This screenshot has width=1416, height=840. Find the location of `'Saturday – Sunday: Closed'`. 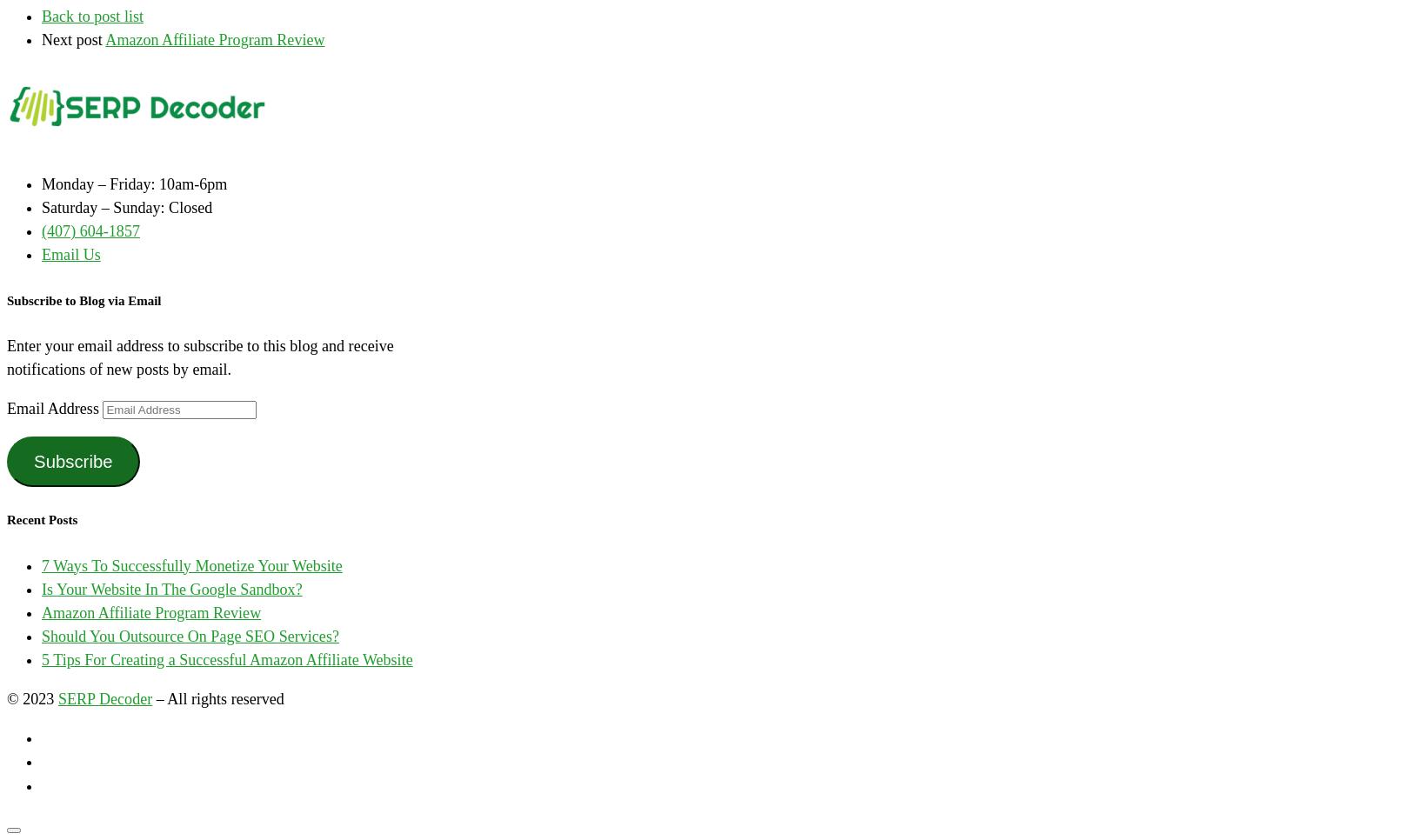

'Saturday – Sunday: Closed' is located at coordinates (41, 206).